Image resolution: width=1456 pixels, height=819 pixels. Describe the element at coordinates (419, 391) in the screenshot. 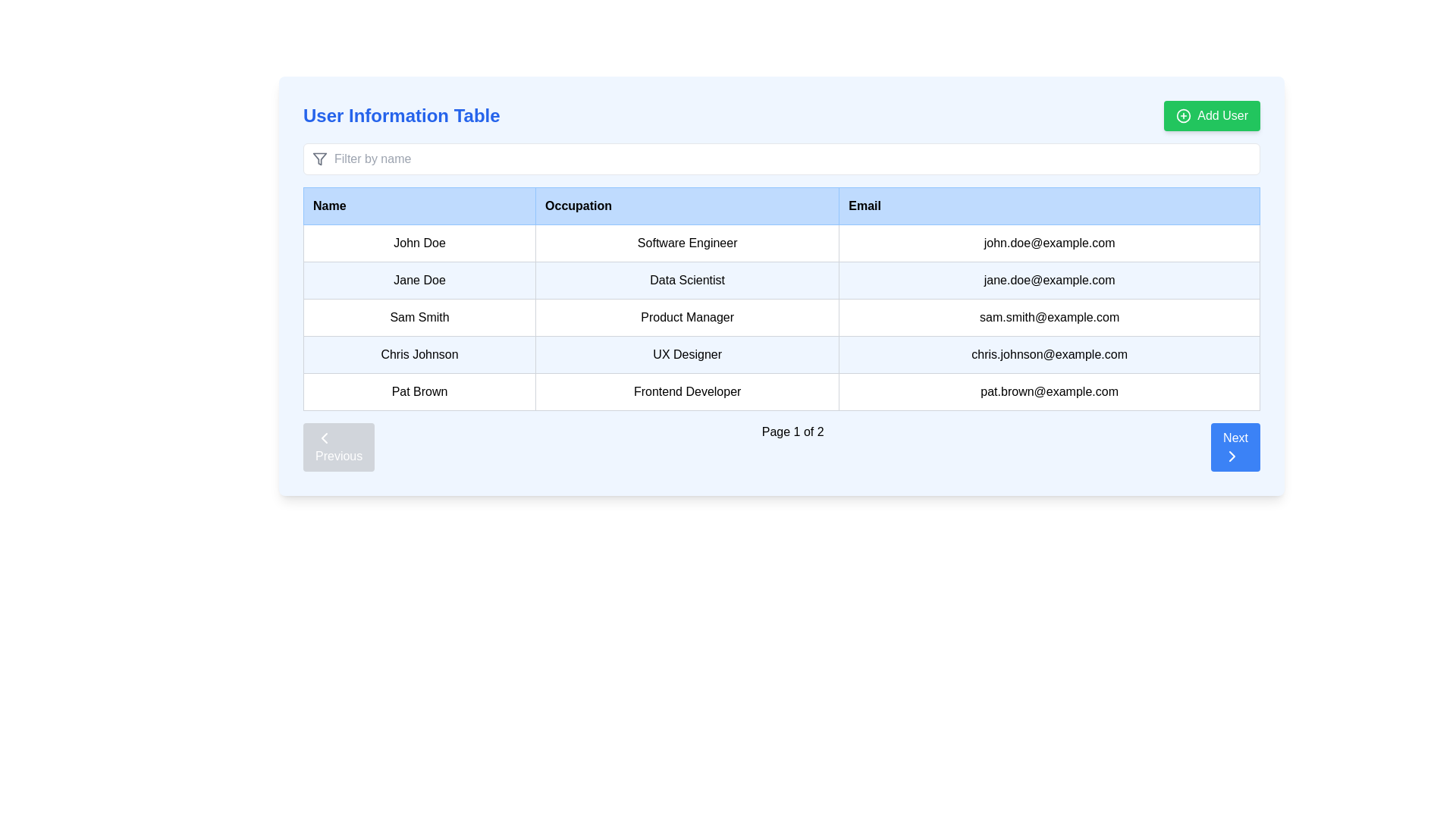

I see `text content of the rectangular text label that displays 'Pat Brown', located in the first cell of the last row under the 'Name' column in the table-like structure` at that location.